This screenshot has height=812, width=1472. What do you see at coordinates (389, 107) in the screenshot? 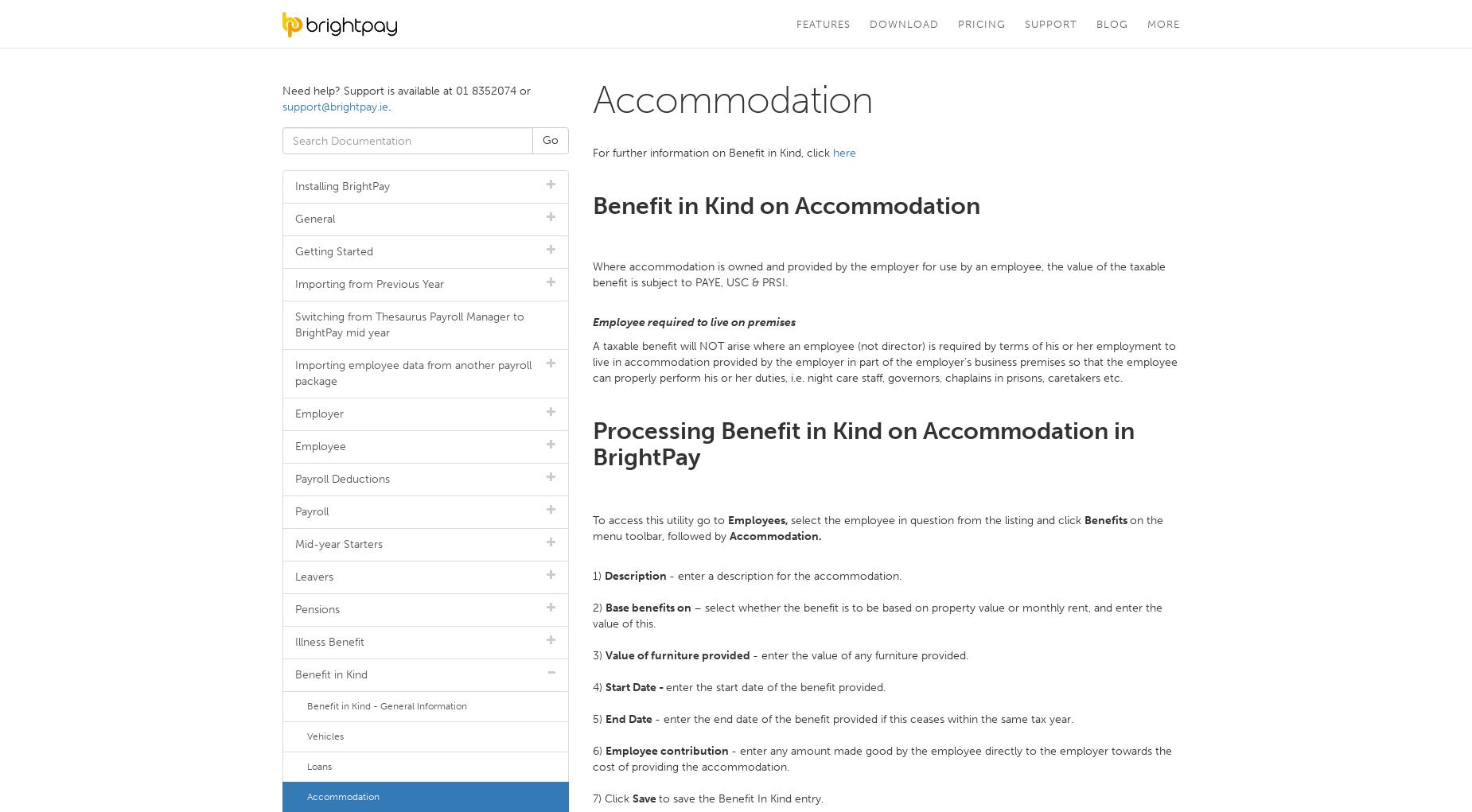
I see `'.'` at bounding box center [389, 107].